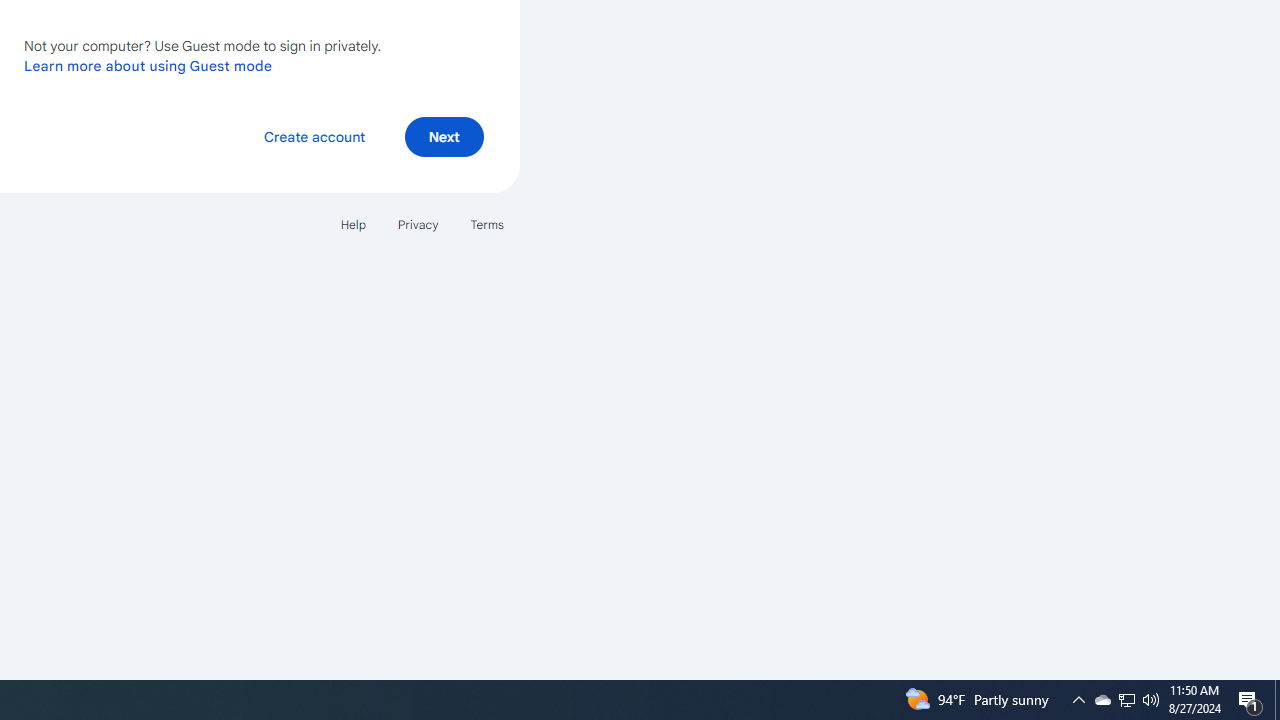  I want to click on 'Next', so click(443, 135).